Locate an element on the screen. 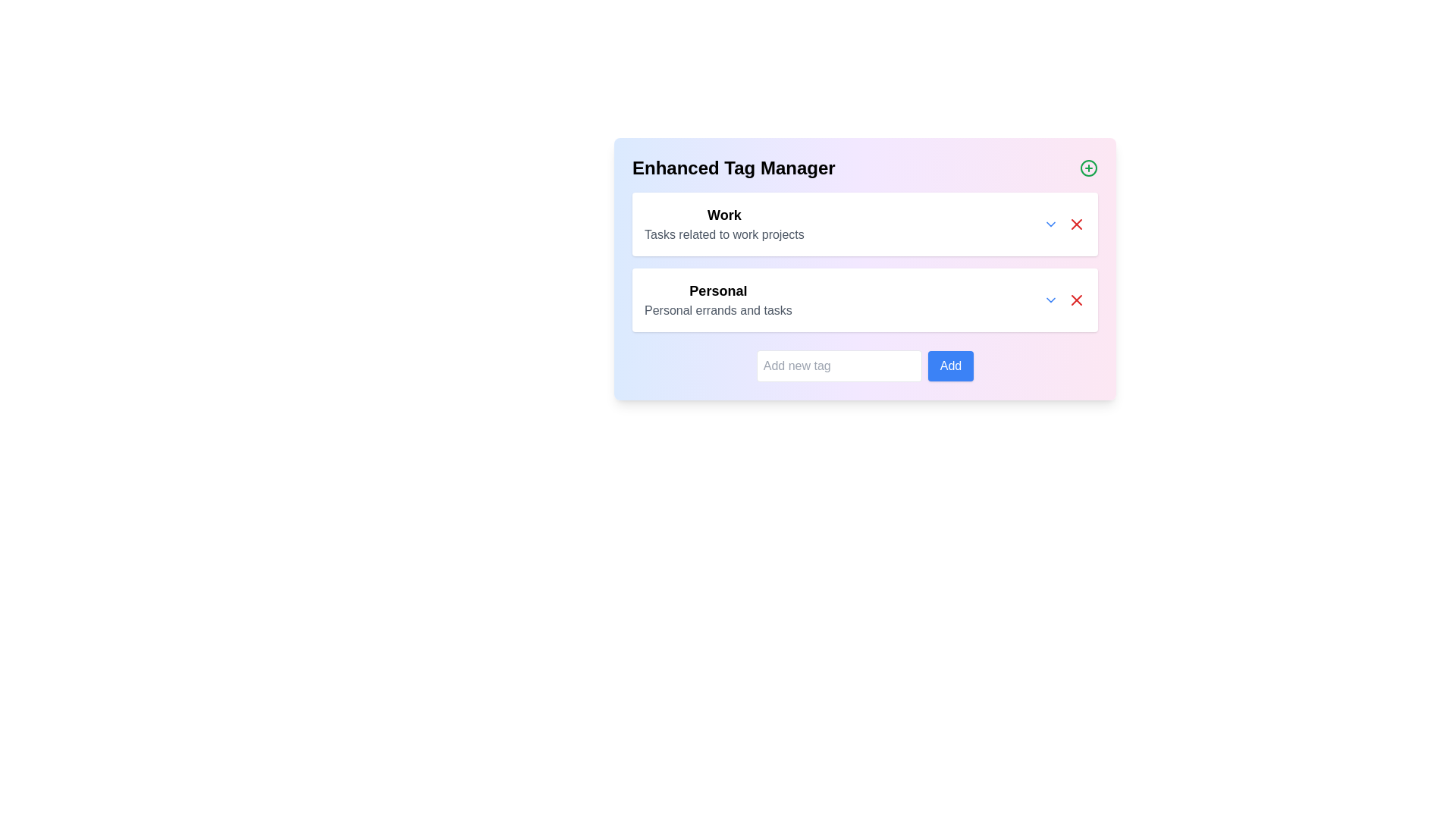 Image resolution: width=1456 pixels, height=819 pixels. the icon located to the right of the 'Personal' text in the second row is located at coordinates (1050, 224).